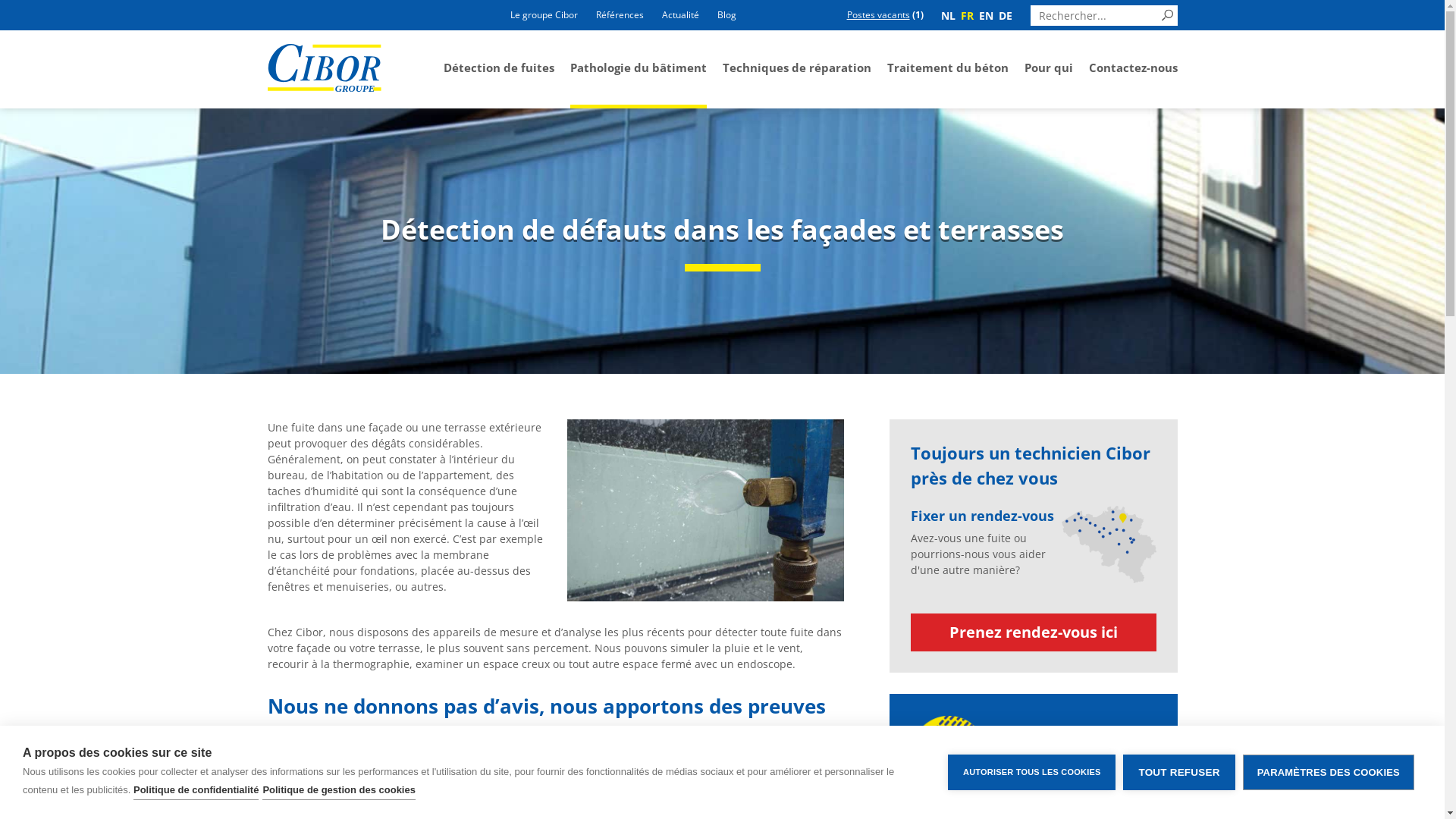  Describe the element at coordinates (996, 766) in the screenshot. I see `'014 570 330'` at that location.